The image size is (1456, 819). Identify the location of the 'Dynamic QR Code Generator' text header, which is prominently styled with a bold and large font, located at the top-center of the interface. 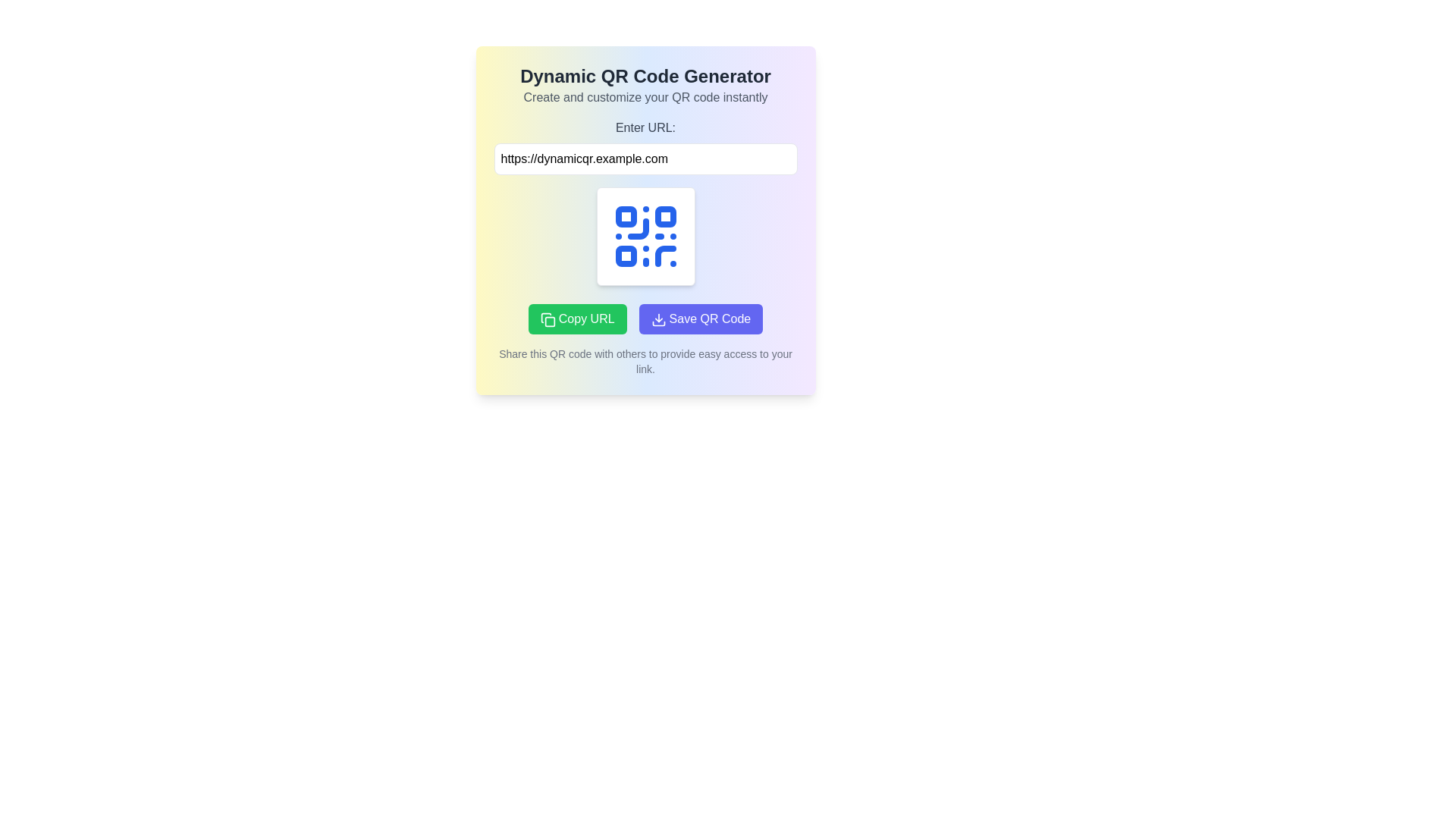
(645, 76).